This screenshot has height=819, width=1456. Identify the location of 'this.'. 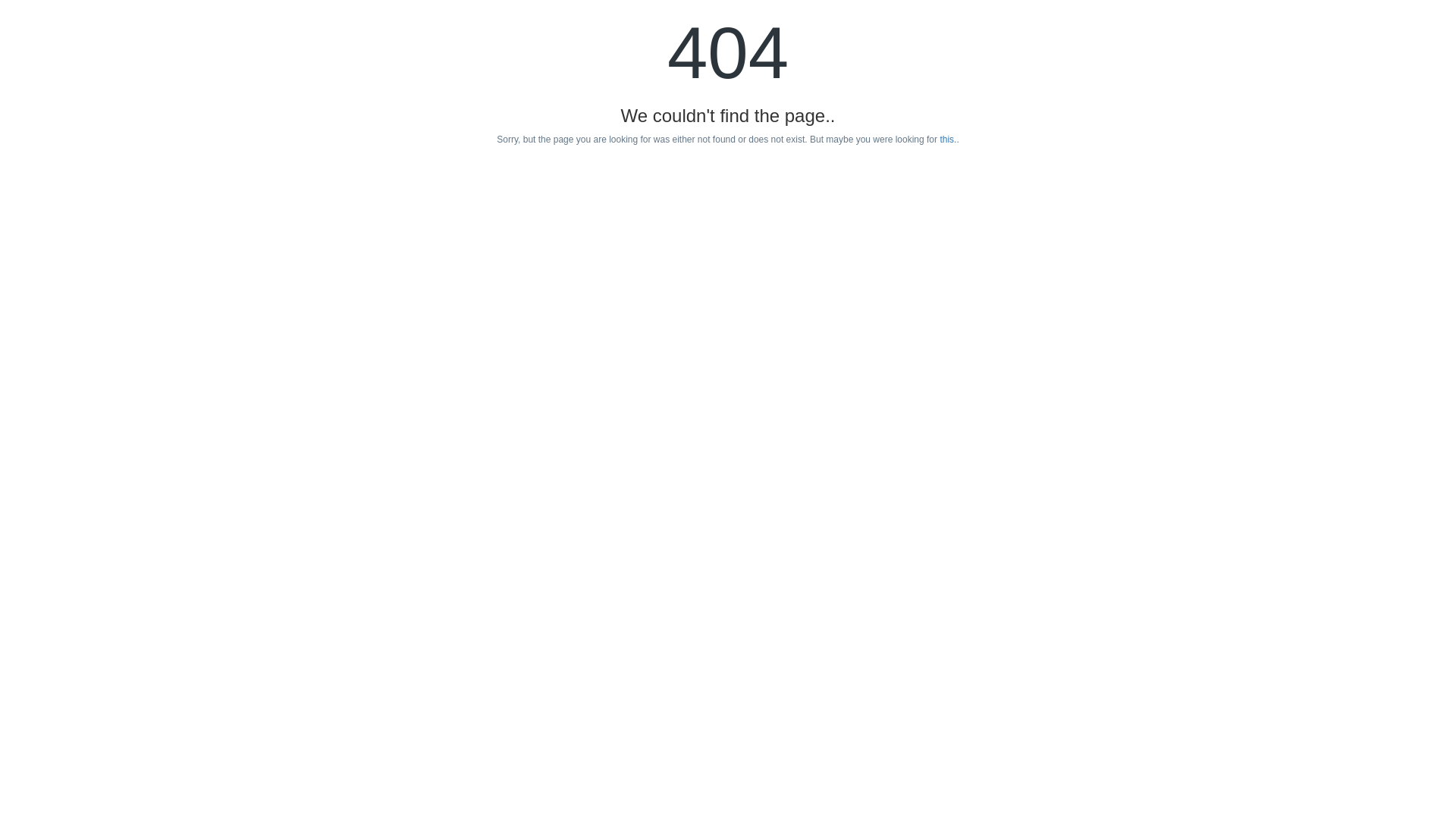
(946, 140).